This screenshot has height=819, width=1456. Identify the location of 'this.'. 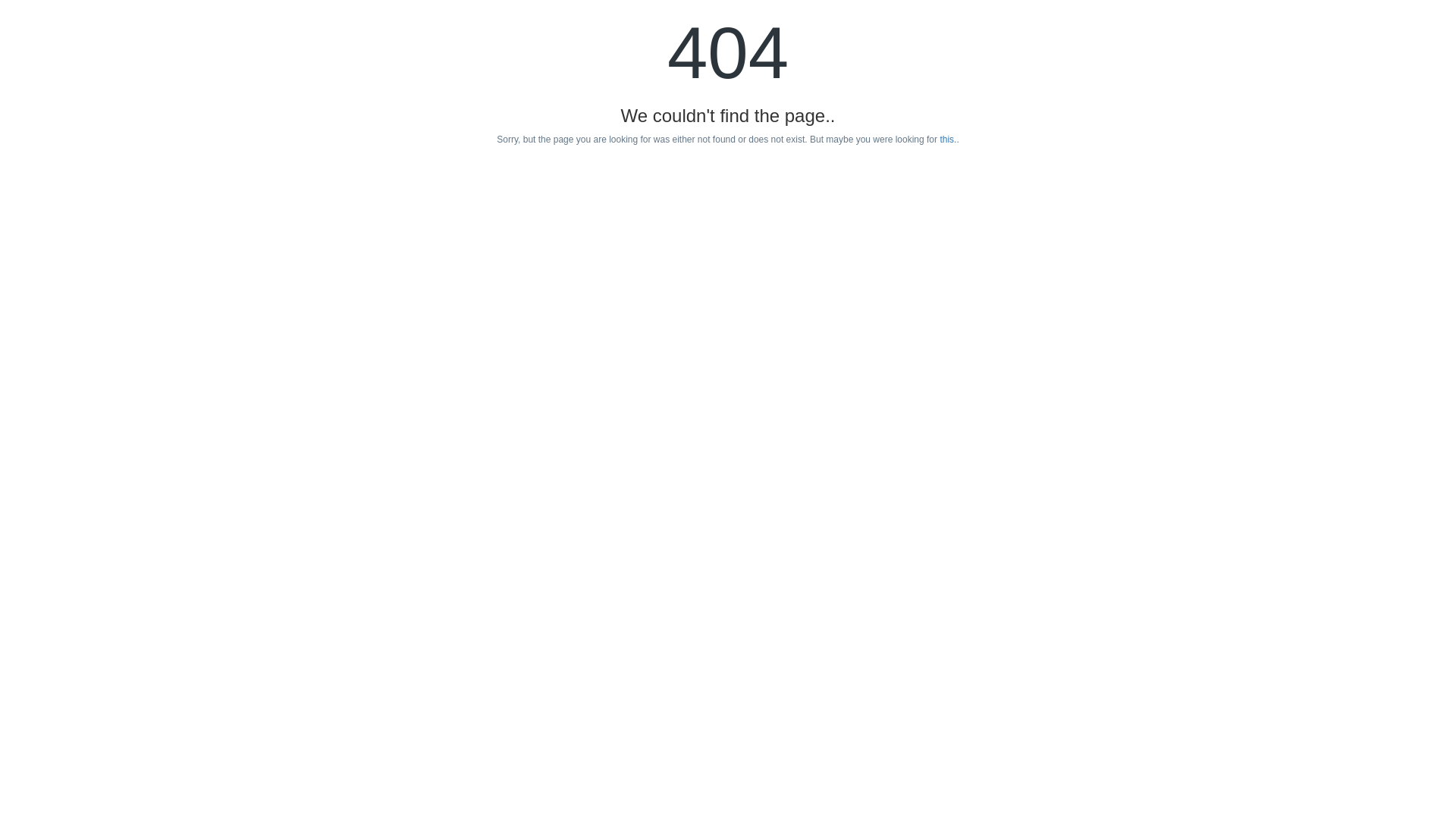
(946, 140).